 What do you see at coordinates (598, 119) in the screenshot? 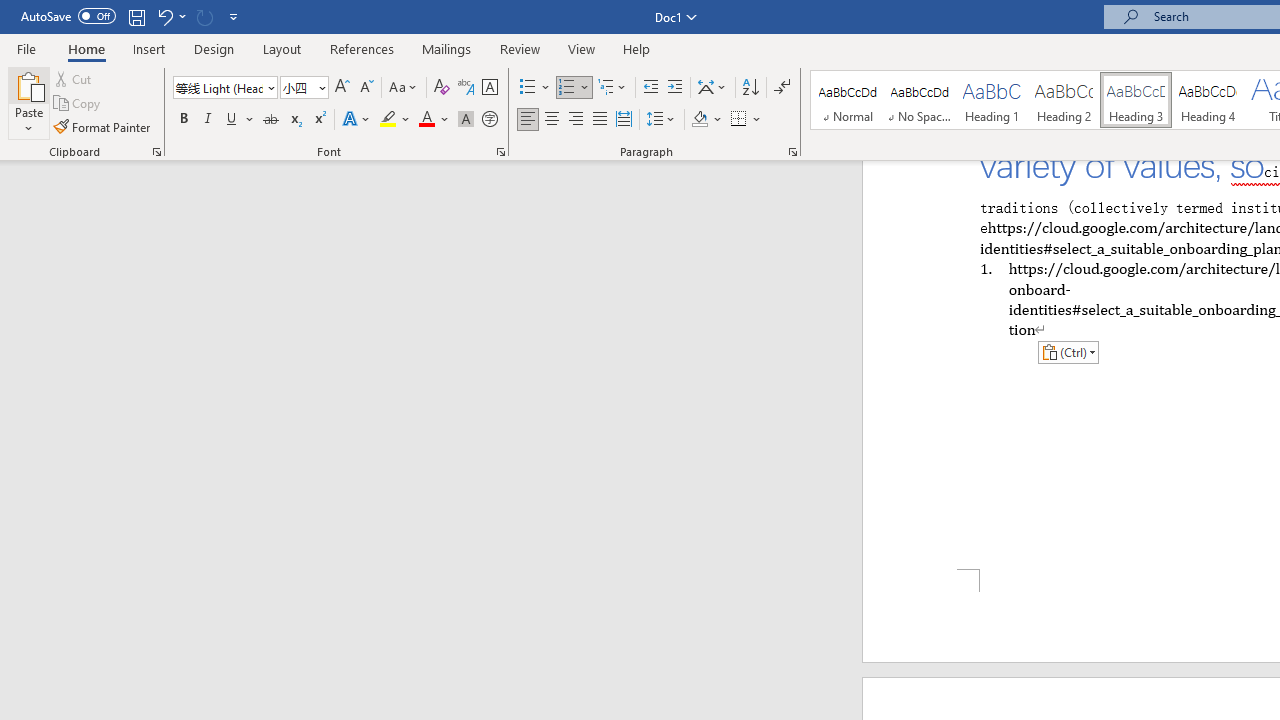
I see `'Justify'` at bounding box center [598, 119].